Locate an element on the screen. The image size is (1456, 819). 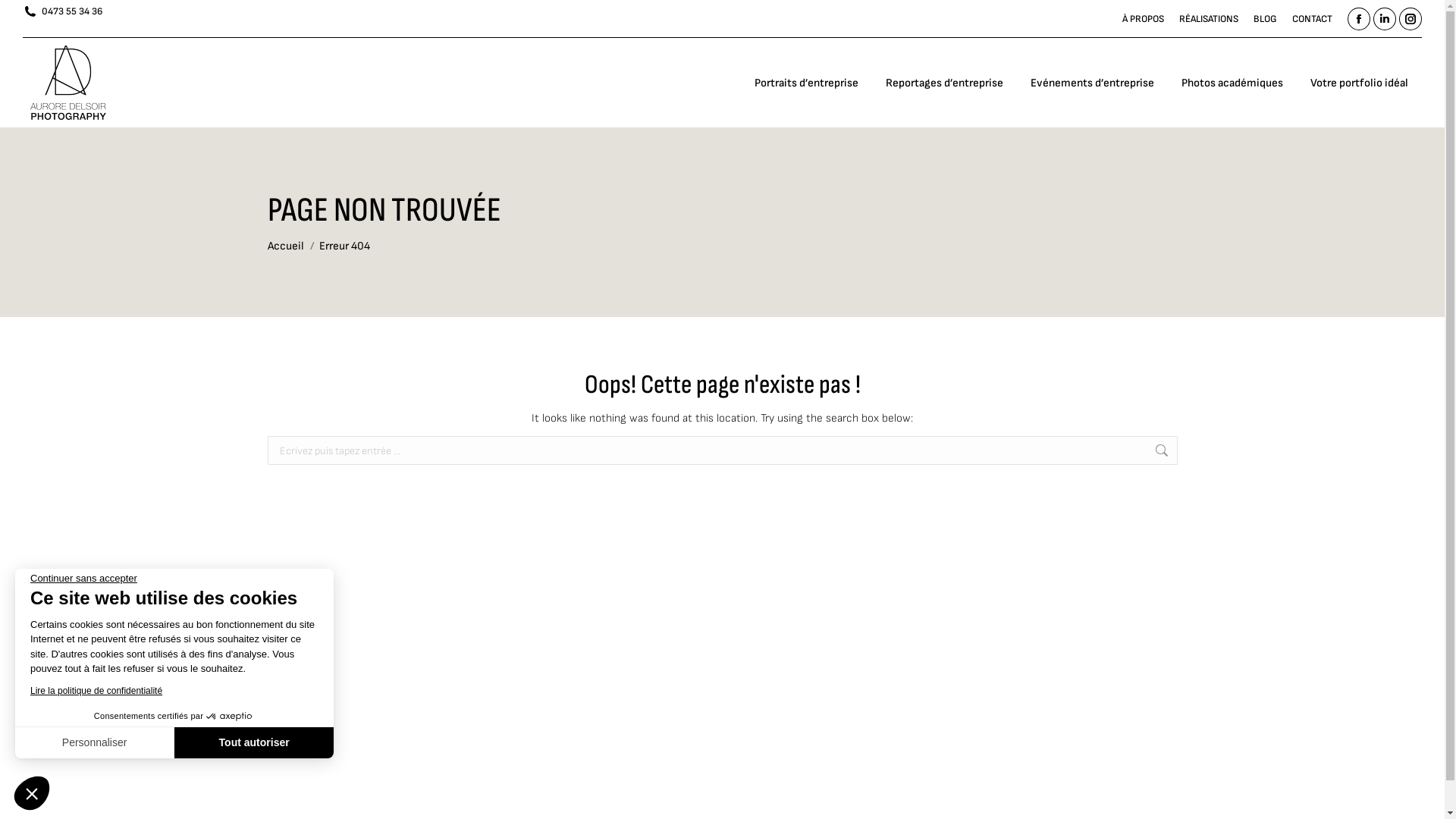
'0473 55 34 36' is located at coordinates (61, 11).